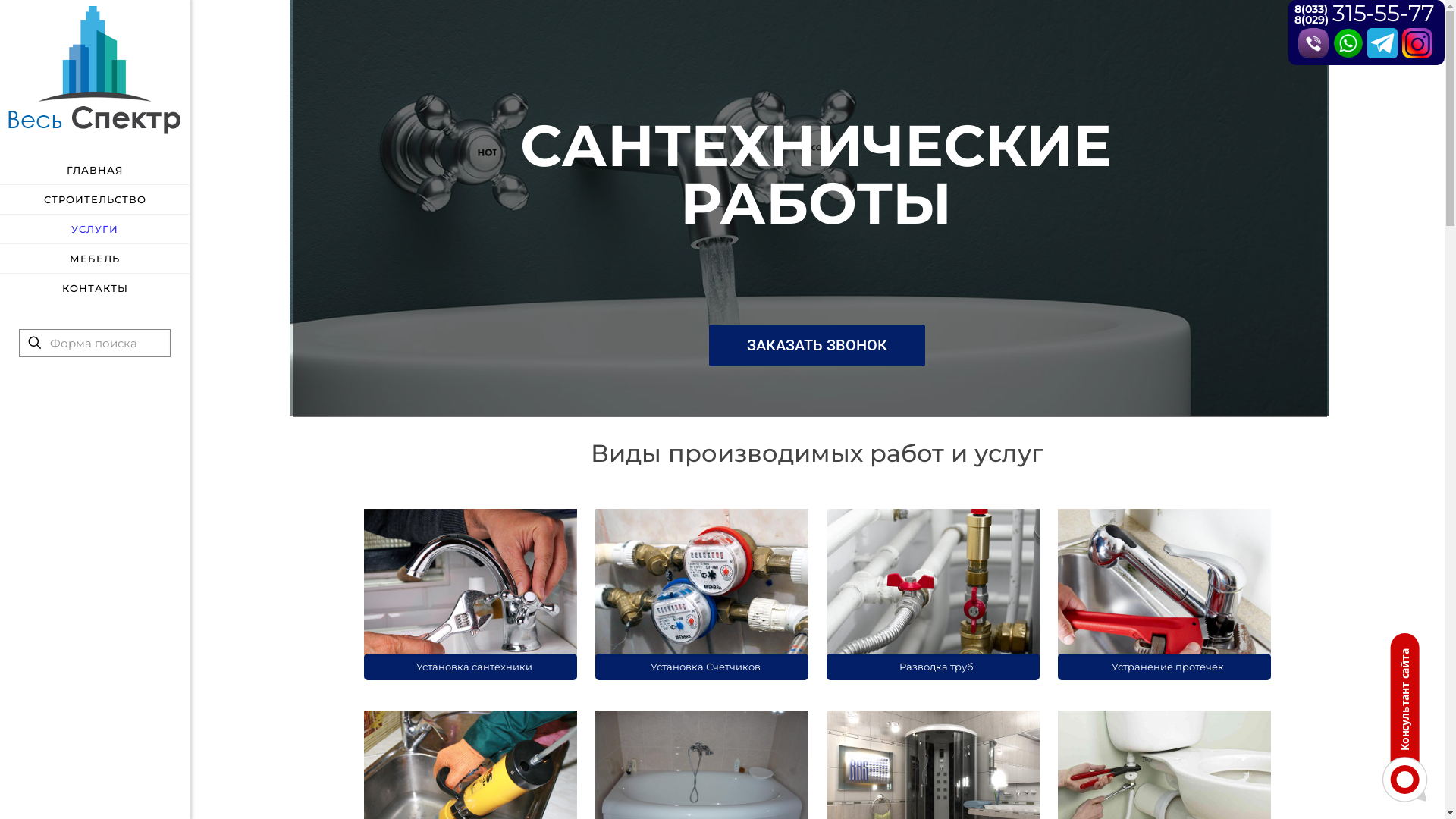 This screenshot has width=1456, height=819. Describe the element at coordinates (1310, 8) in the screenshot. I see `'8(033)'` at that location.